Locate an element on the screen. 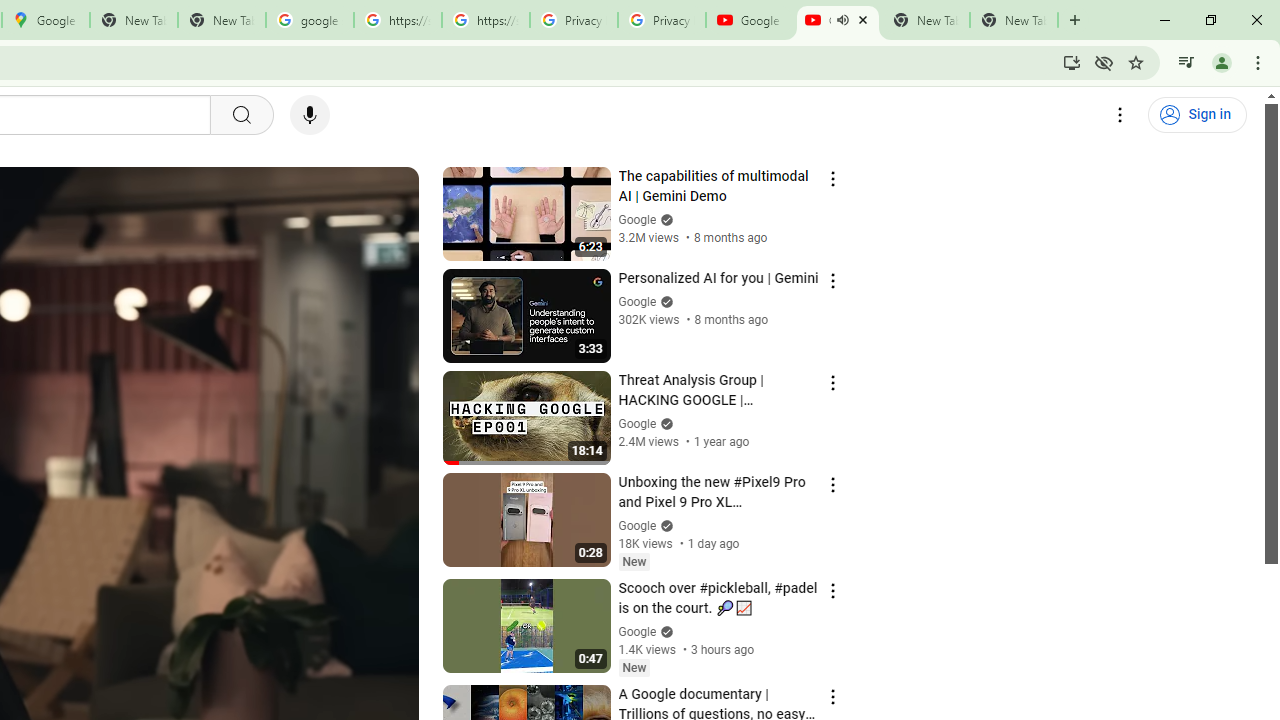 This screenshot has width=1280, height=720. 'Install YouTube' is located at coordinates (1071, 61).